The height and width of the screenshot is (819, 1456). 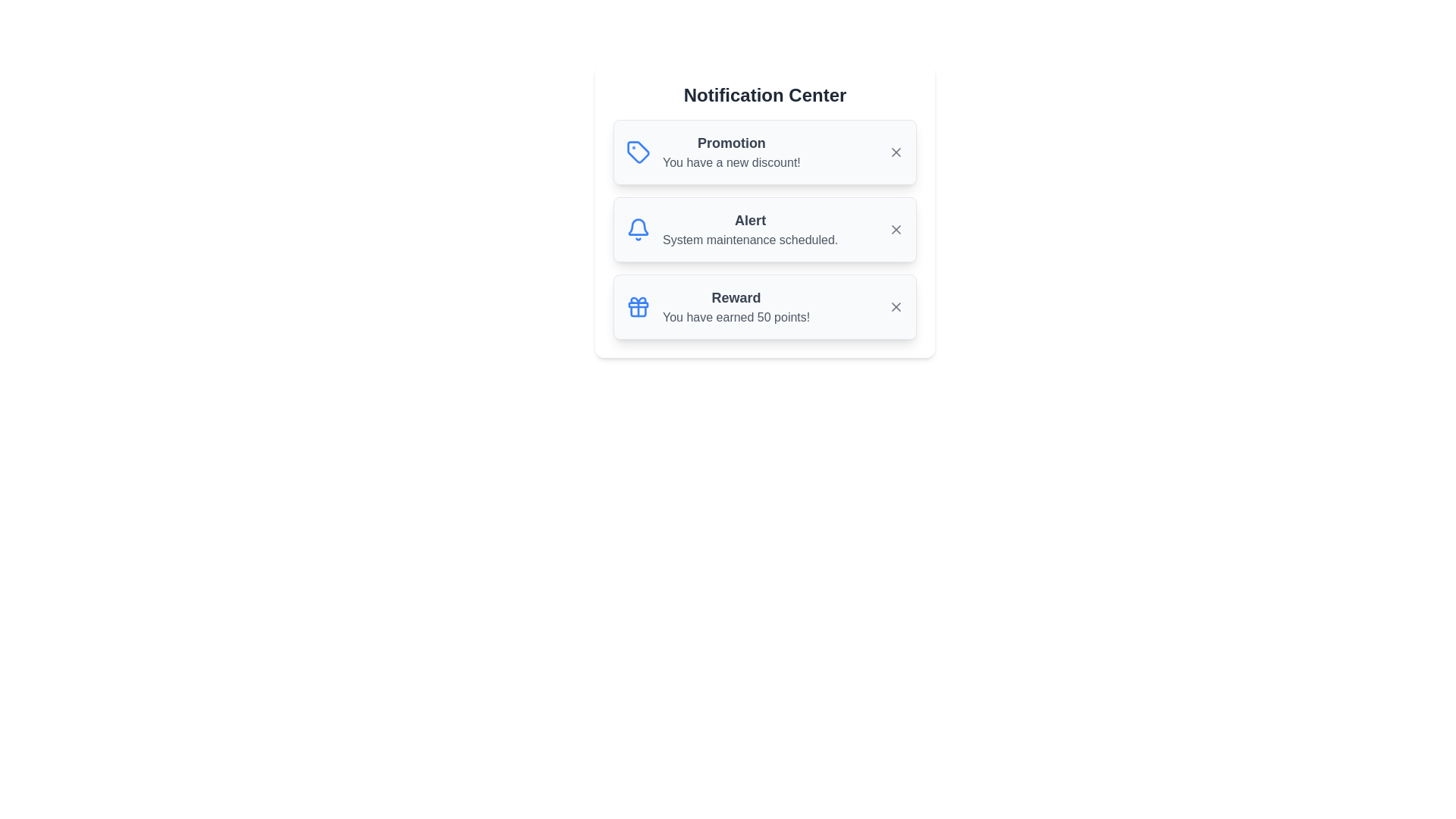 What do you see at coordinates (638, 152) in the screenshot?
I see `the promotion notification icon located to the left of the 'Promotion' text heading in the topmost notification card` at bounding box center [638, 152].